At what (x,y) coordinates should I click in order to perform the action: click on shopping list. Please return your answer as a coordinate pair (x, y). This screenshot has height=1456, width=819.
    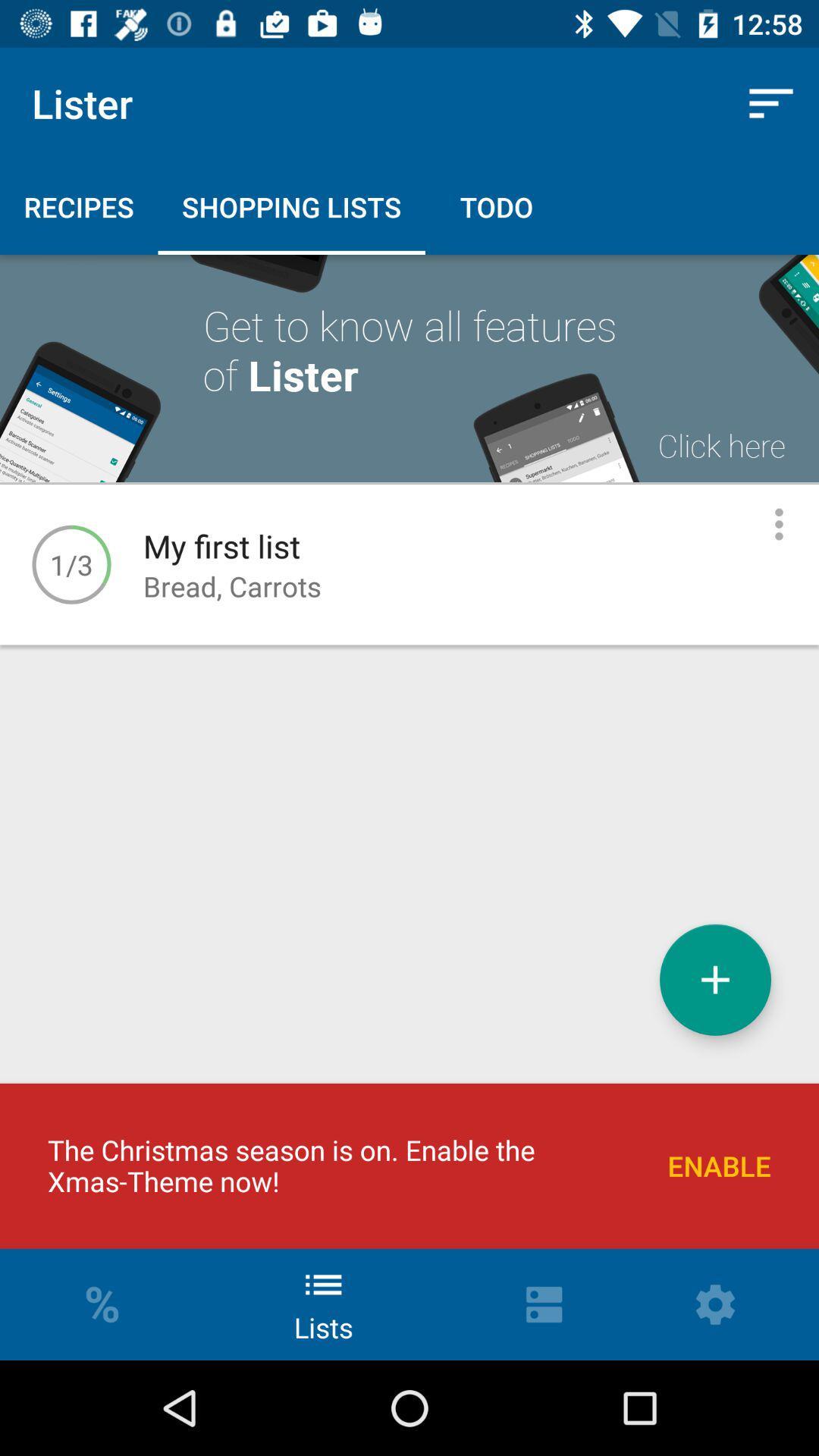
    Looking at the image, I should click on (715, 980).